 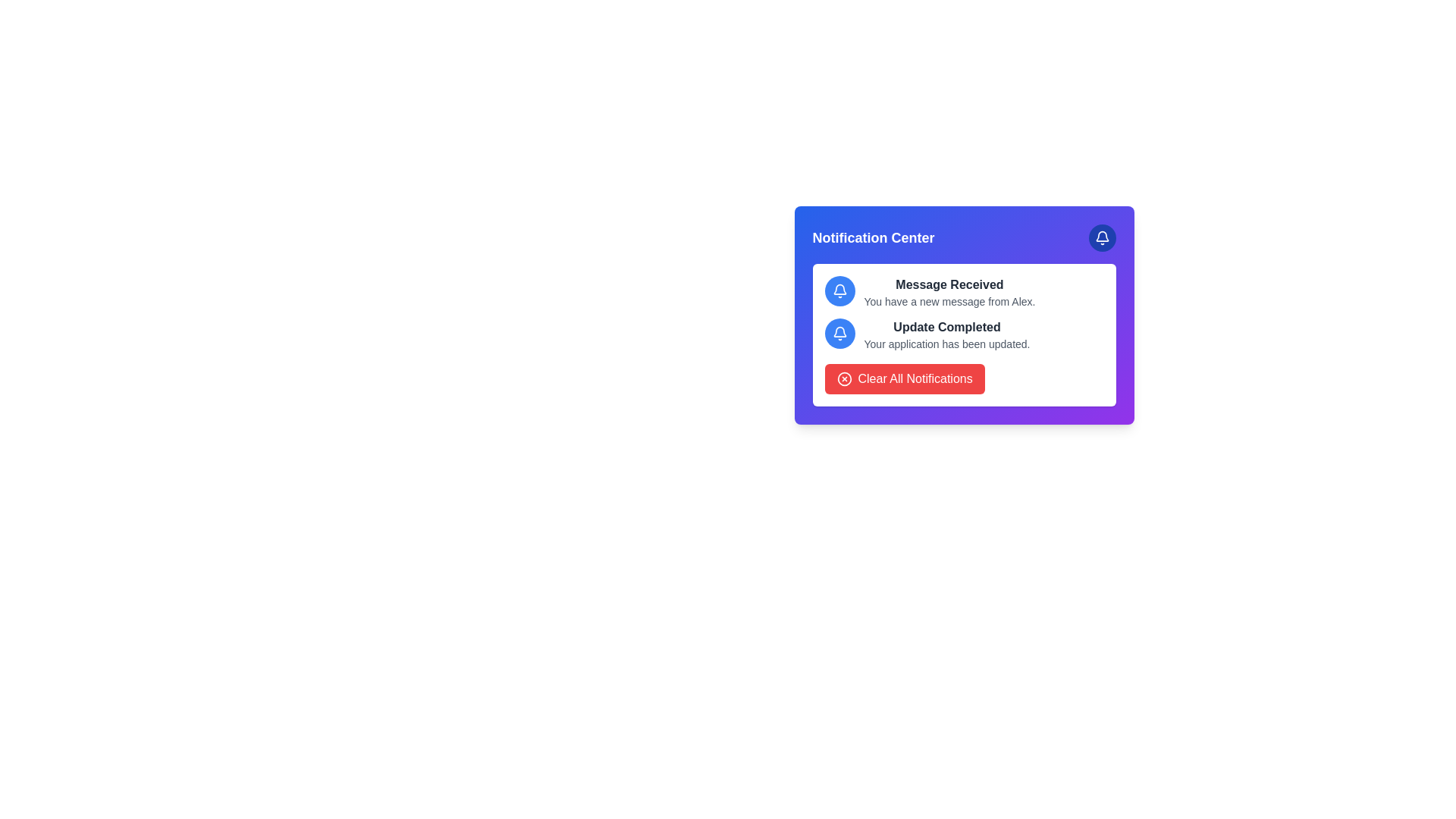 I want to click on the notification represented by a blue circular icon with a white bell symbol, which contains the text 'Update Completed' and 'Your application has been updated.' This notification is the second in the list, below 'Message Received.', so click(x=963, y=334).